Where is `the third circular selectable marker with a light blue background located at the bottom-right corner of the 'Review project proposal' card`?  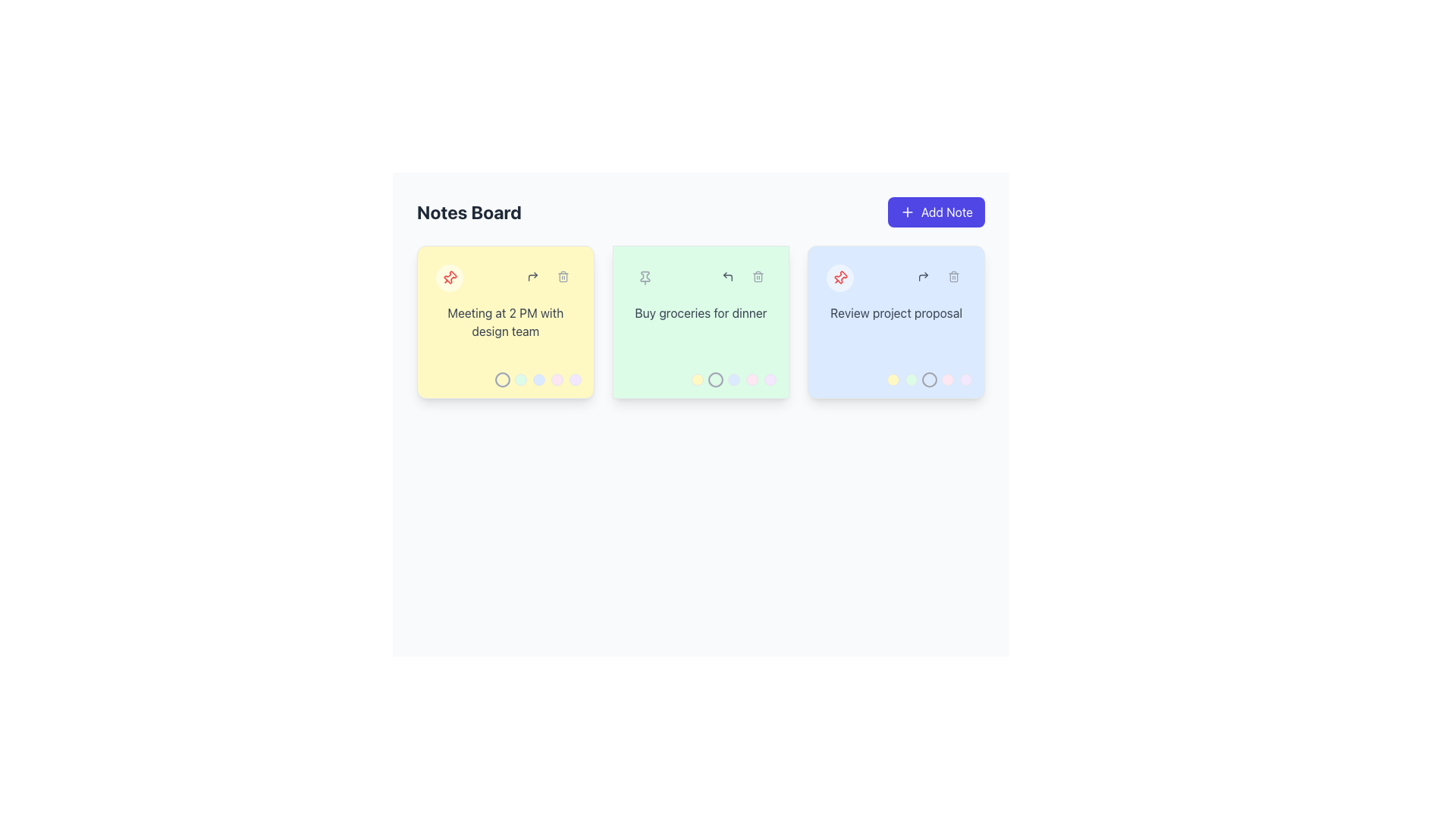
the third circular selectable marker with a light blue background located at the bottom-right corner of the 'Review project proposal' card is located at coordinates (928, 379).